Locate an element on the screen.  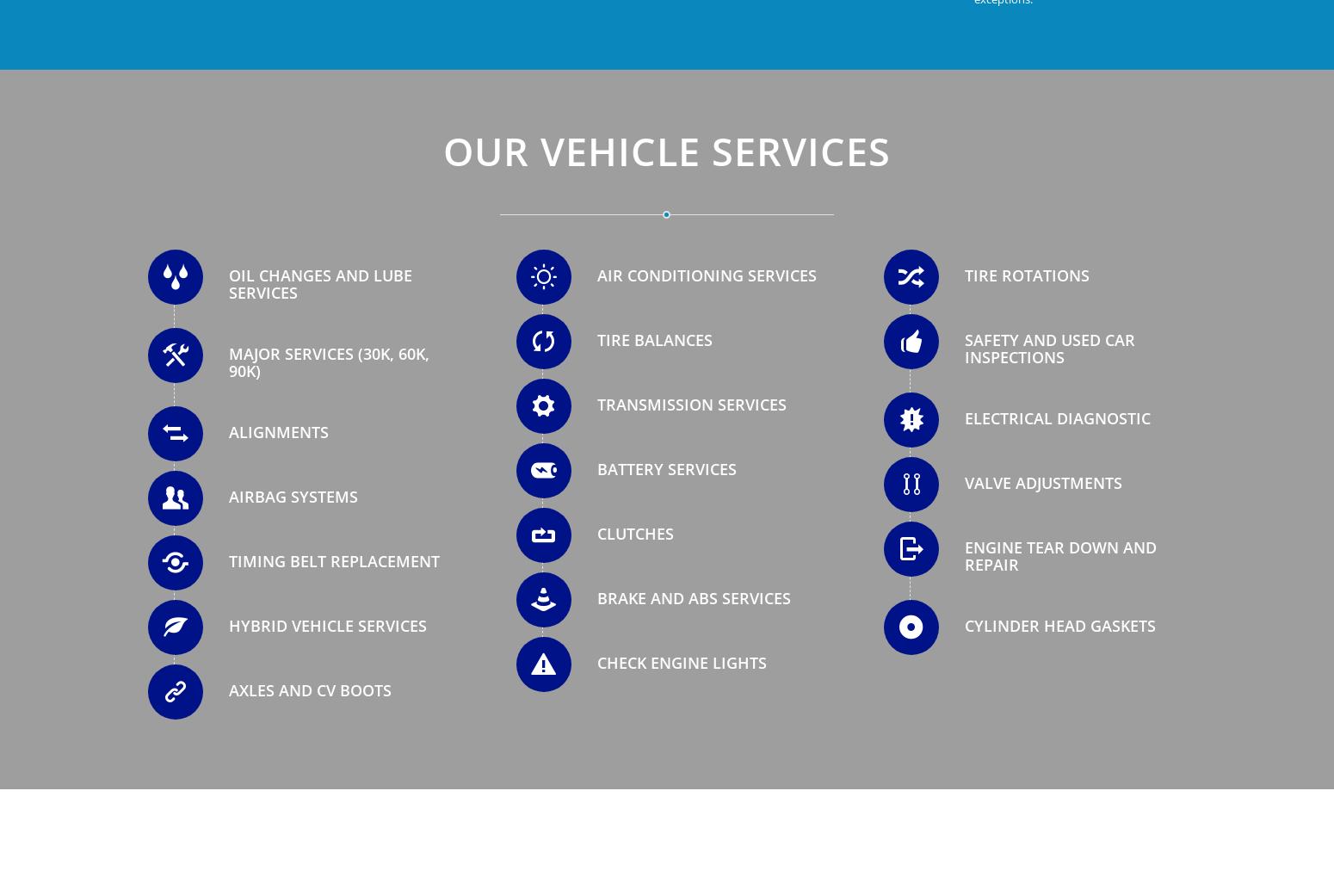
'Timing Belt Replacement' is located at coordinates (334, 559).